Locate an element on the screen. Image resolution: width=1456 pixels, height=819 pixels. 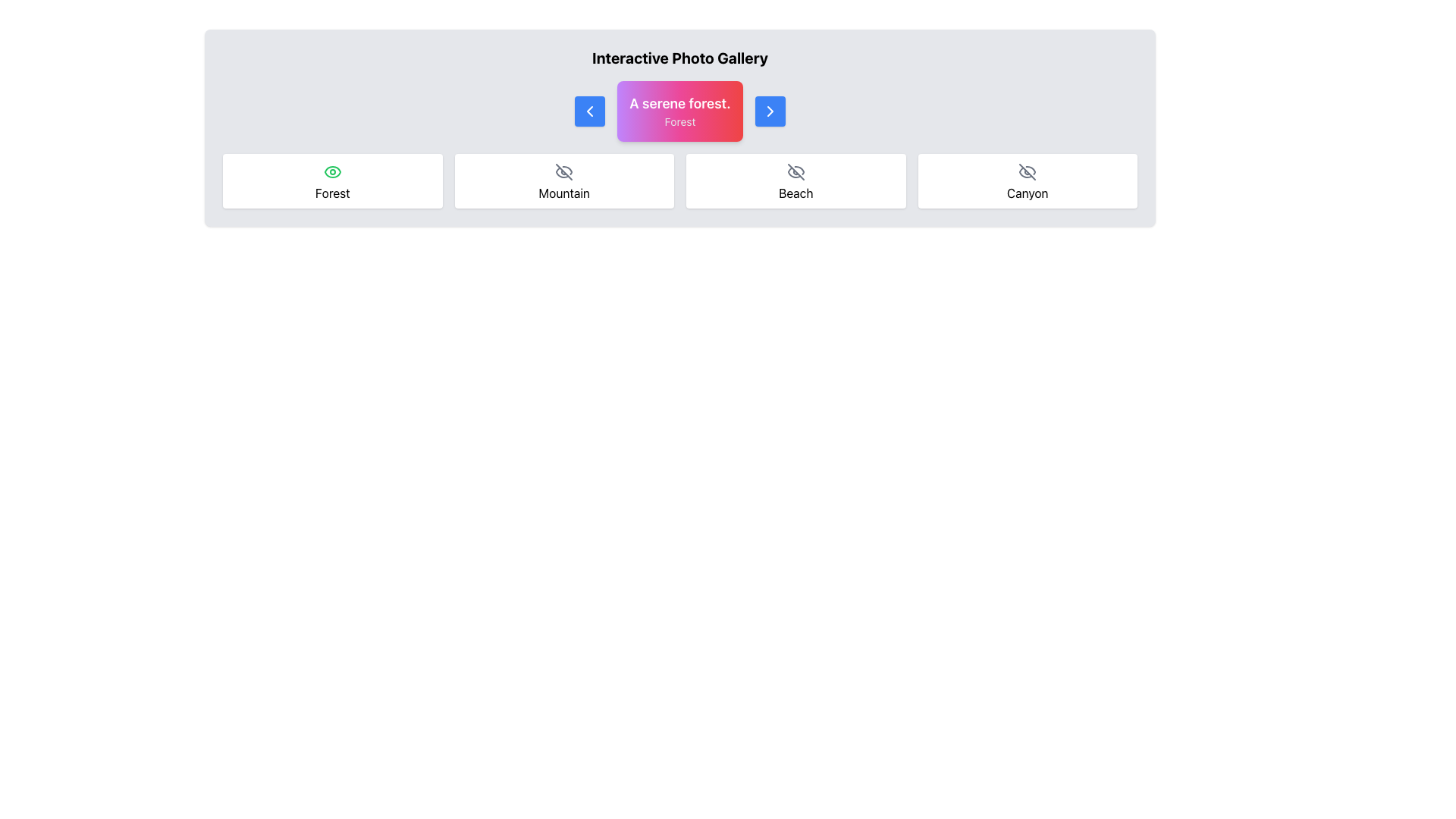
text content of the Text Label that serves as a title or header for the photo gallery section, providing context to the user about the content below is located at coordinates (679, 58).